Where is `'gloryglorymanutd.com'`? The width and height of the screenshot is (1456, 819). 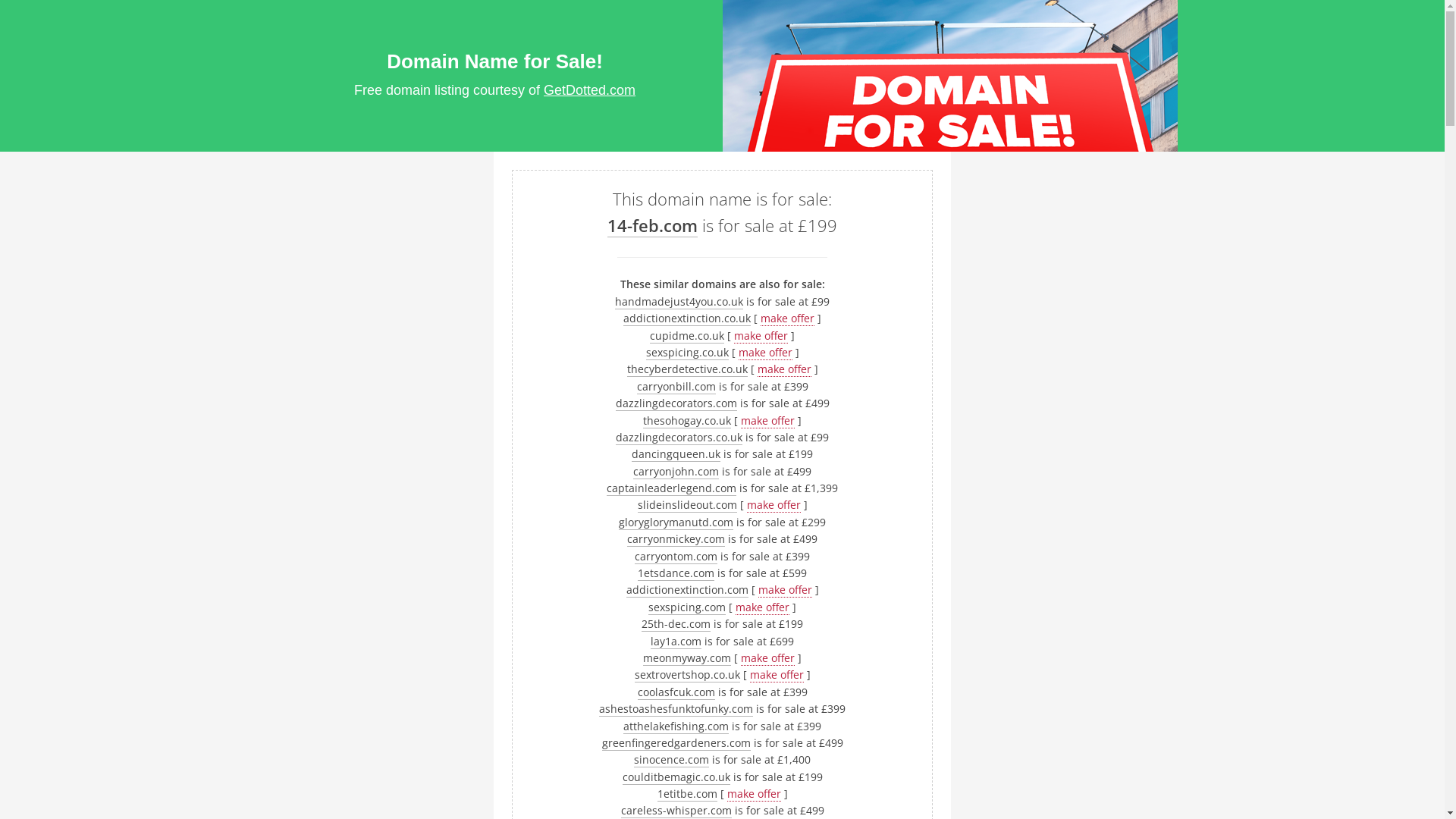
'gloryglorymanutd.com' is located at coordinates (675, 522).